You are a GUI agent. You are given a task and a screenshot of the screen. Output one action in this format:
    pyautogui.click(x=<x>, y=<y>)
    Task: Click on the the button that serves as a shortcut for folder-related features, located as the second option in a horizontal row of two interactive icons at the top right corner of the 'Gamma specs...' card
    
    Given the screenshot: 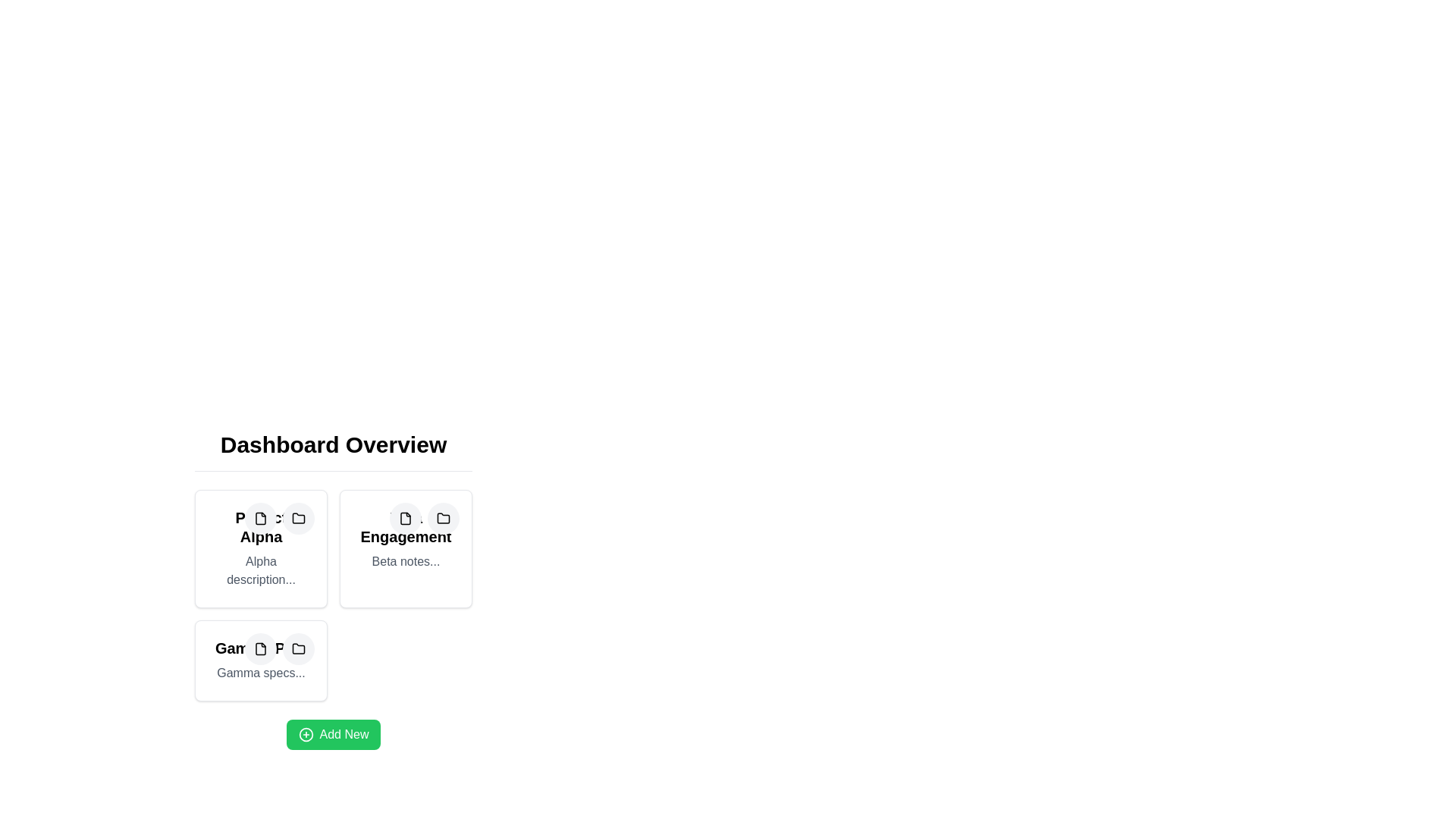 What is the action you would take?
    pyautogui.click(x=298, y=648)
    